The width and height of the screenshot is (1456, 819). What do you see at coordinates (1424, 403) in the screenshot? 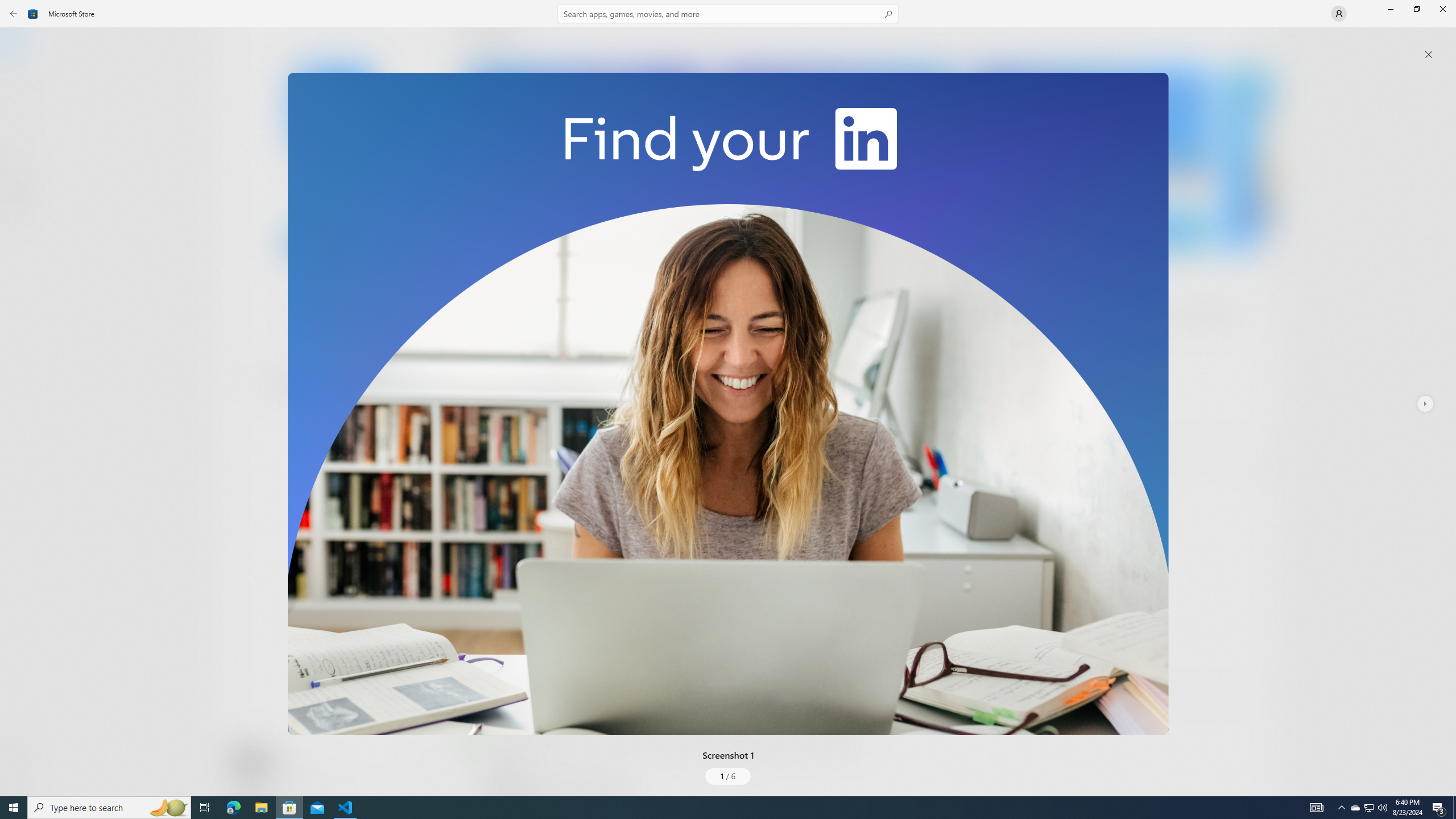
I see `'Next'` at bounding box center [1424, 403].